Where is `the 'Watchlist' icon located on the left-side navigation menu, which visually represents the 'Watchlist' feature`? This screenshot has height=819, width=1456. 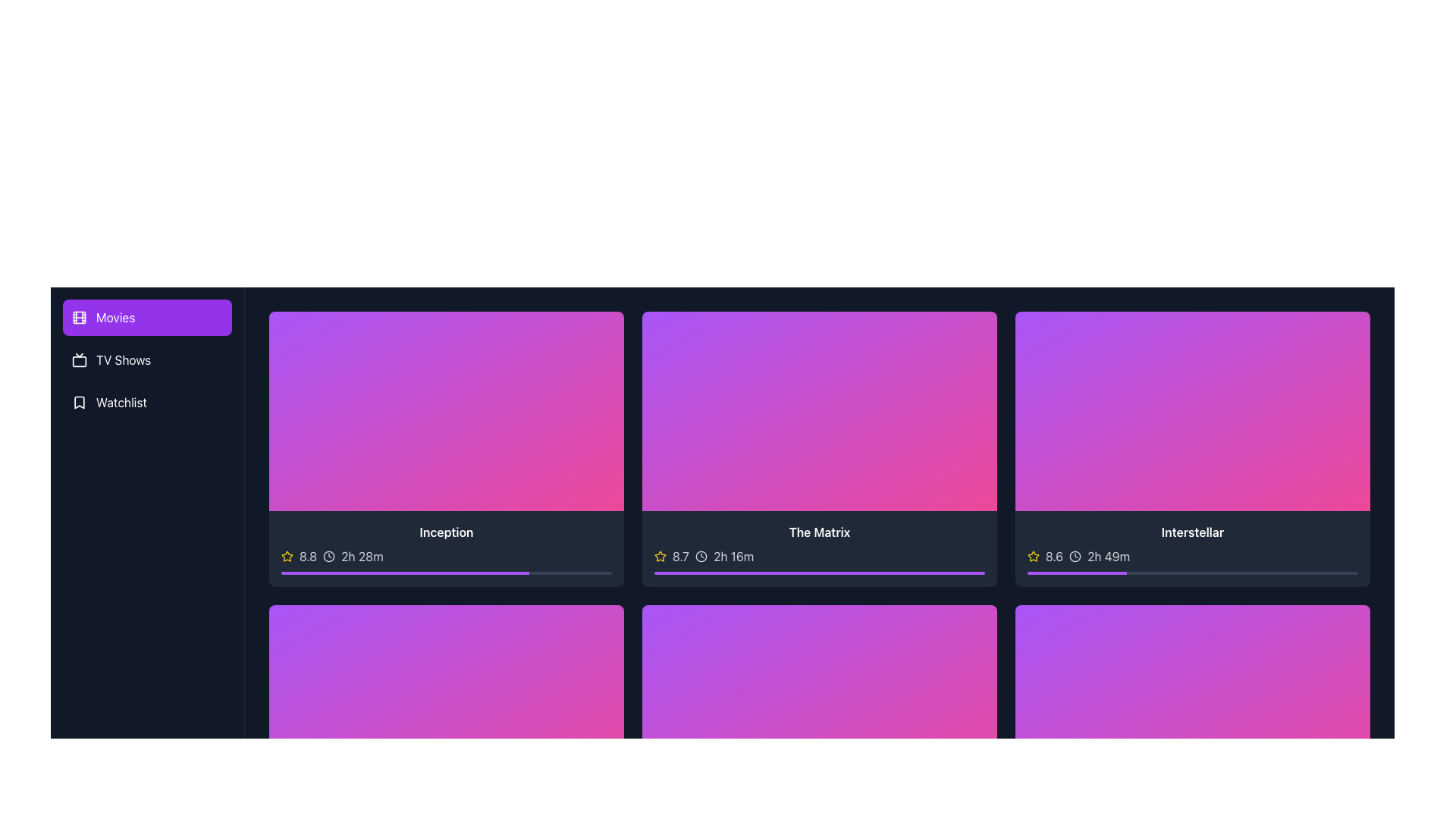 the 'Watchlist' icon located on the left-side navigation menu, which visually represents the 'Watchlist' feature is located at coordinates (79, 402).